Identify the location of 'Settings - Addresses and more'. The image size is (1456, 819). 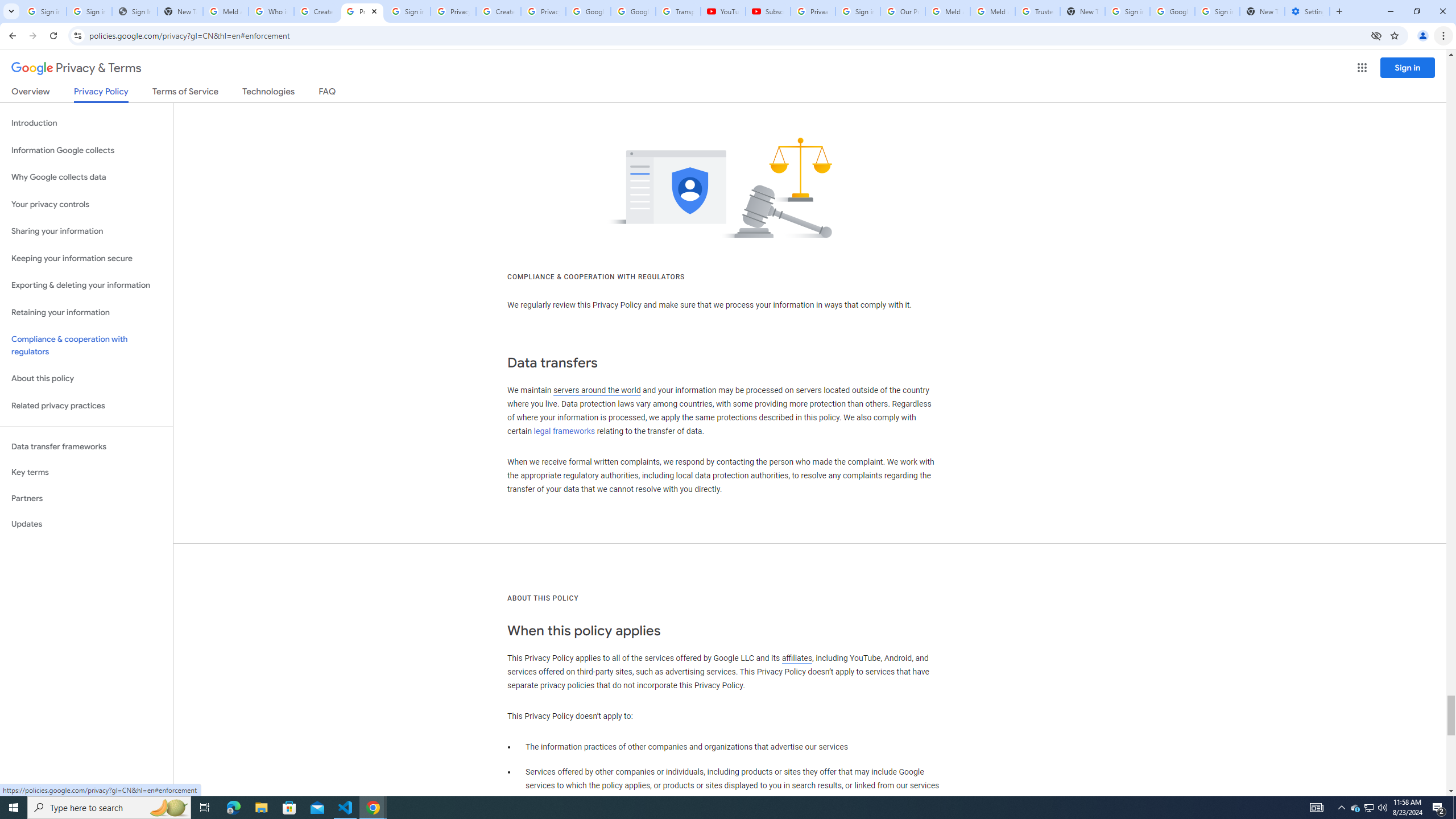
(1307, 11).